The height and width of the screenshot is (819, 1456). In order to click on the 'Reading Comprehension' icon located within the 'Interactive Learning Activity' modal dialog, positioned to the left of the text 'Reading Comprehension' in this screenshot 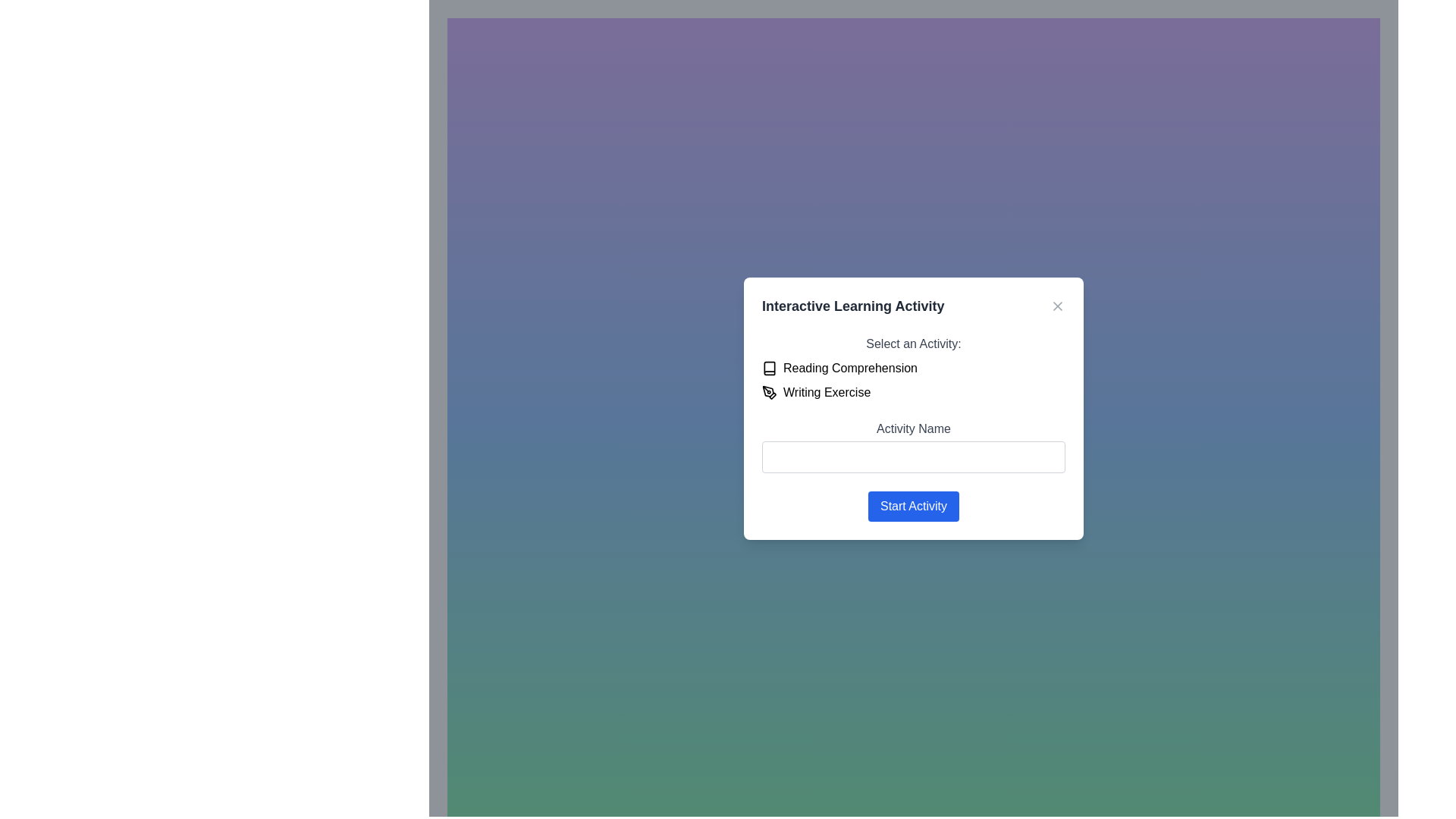, I will do `click(769, 368)`.